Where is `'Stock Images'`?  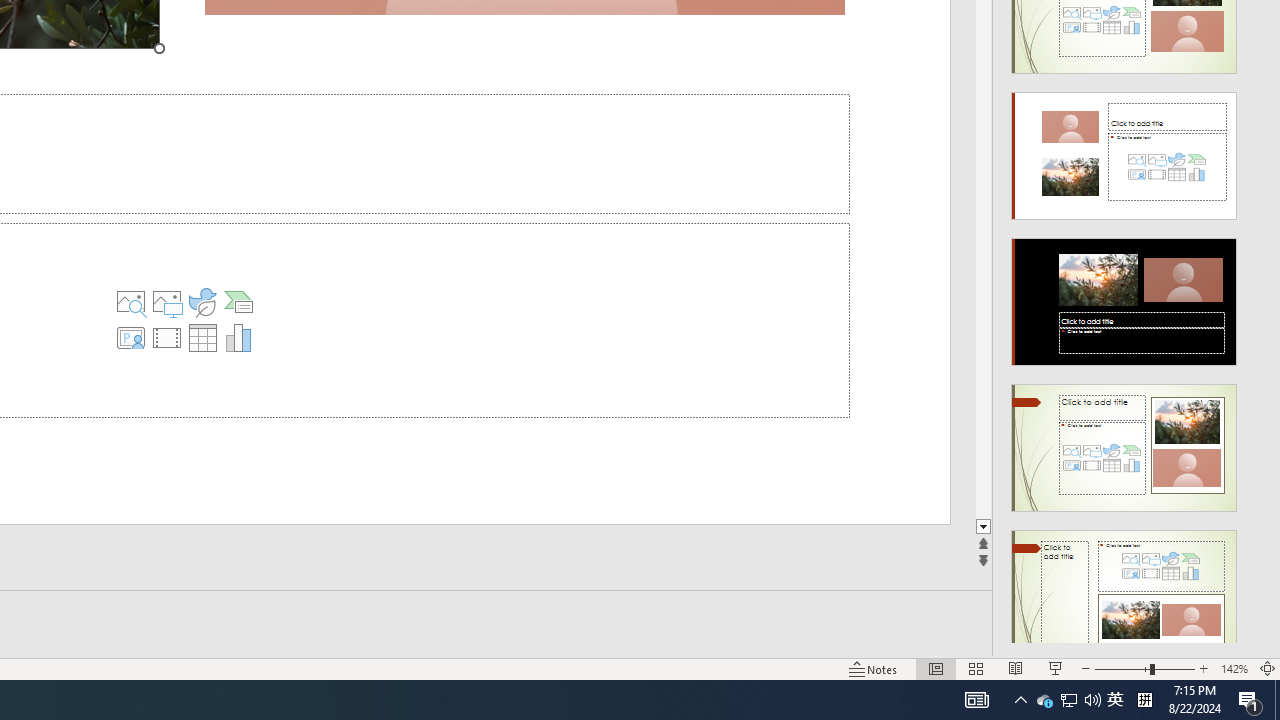
'Stock Images' is located at coordinates (130, 302).